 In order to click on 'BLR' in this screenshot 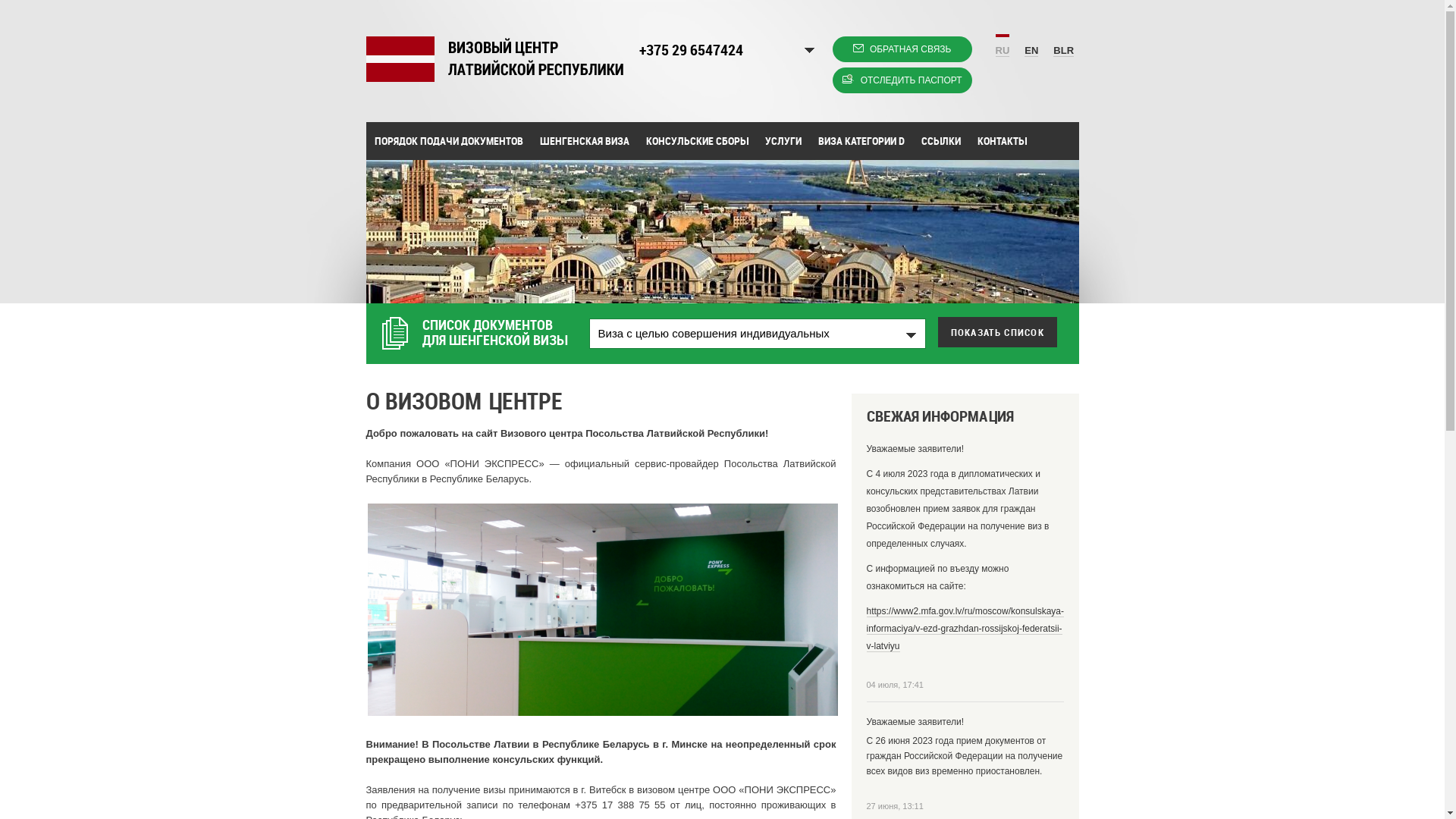, I will do `click(1052, 45)`.